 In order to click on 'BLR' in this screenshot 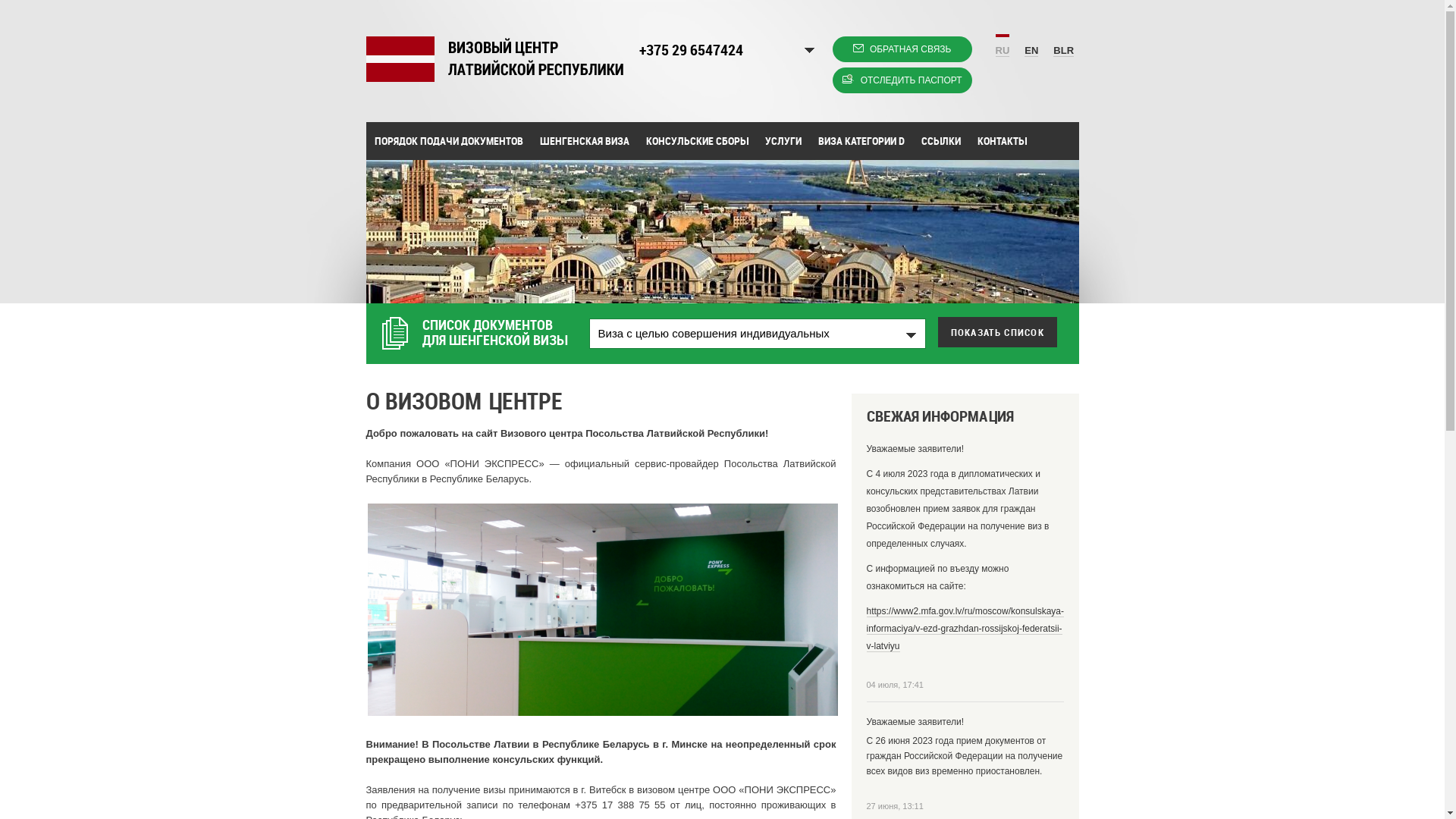, I will do `click(1052, 45)`.